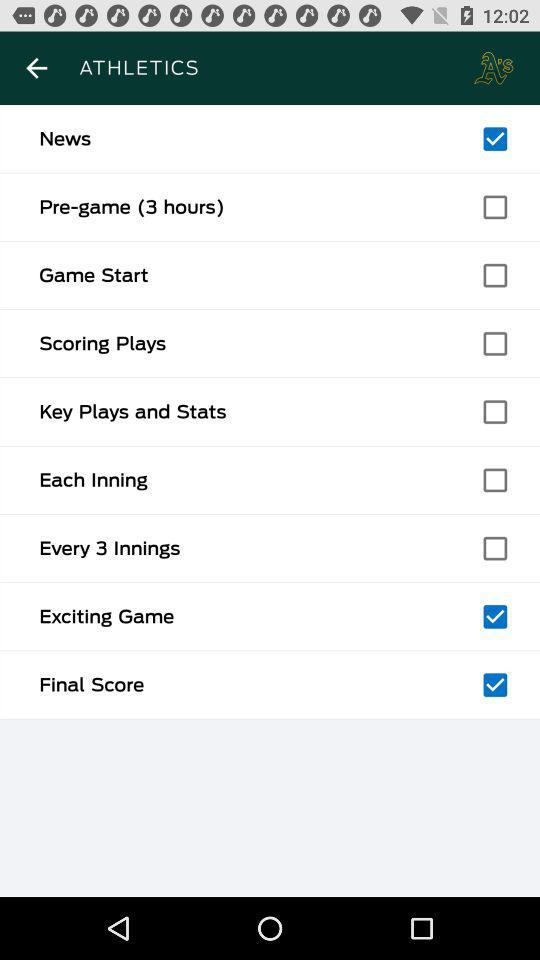  I want to click on option, so click(494, 411).